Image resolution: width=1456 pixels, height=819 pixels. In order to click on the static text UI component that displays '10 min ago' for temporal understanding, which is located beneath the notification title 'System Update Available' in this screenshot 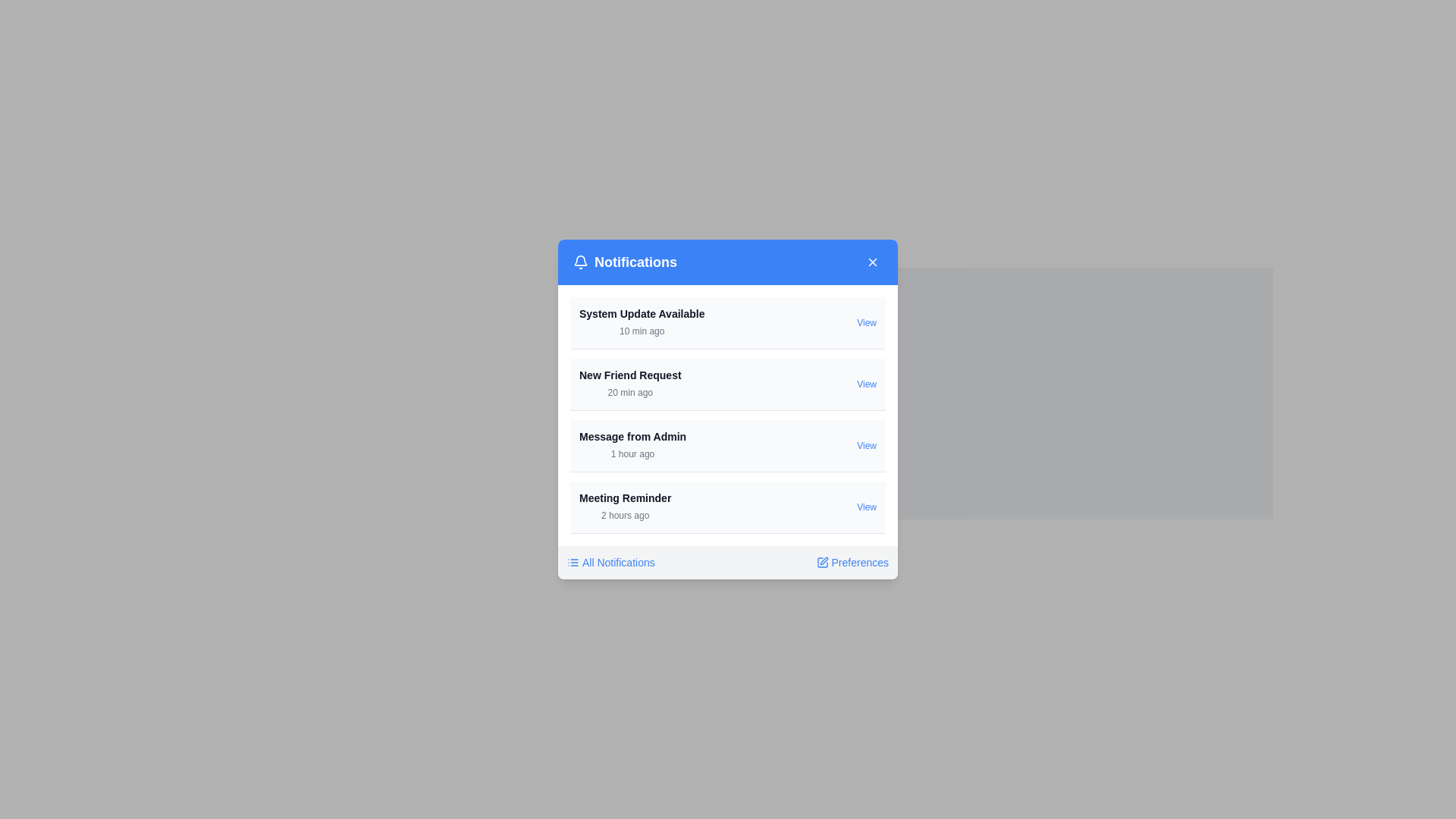, I will do `click(642, 330)`.